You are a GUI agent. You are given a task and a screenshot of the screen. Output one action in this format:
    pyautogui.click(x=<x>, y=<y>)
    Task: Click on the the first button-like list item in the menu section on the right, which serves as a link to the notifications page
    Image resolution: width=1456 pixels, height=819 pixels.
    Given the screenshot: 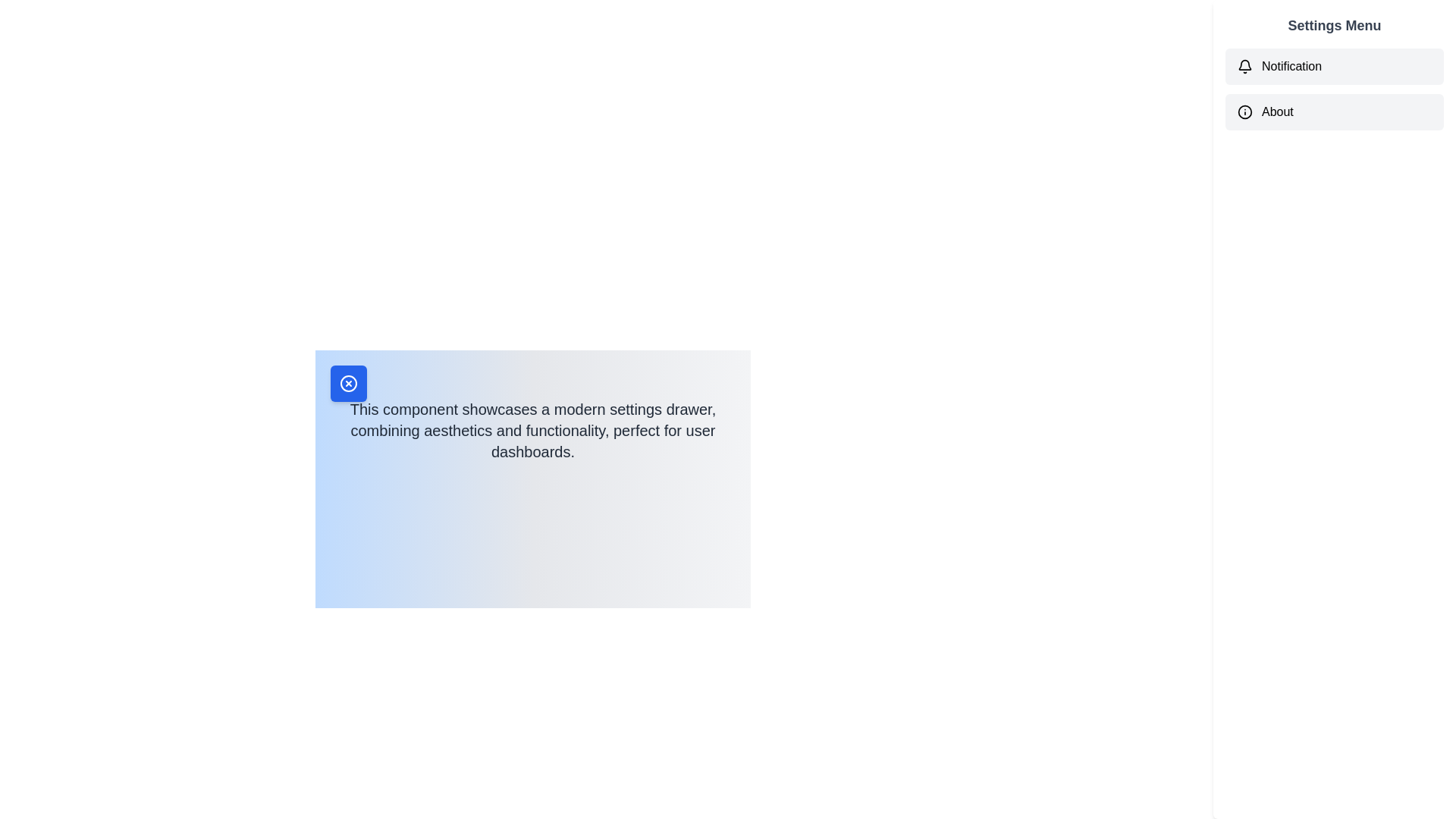 What is the action you would take?
    pyautogui.click(x=1335, y=66)
    